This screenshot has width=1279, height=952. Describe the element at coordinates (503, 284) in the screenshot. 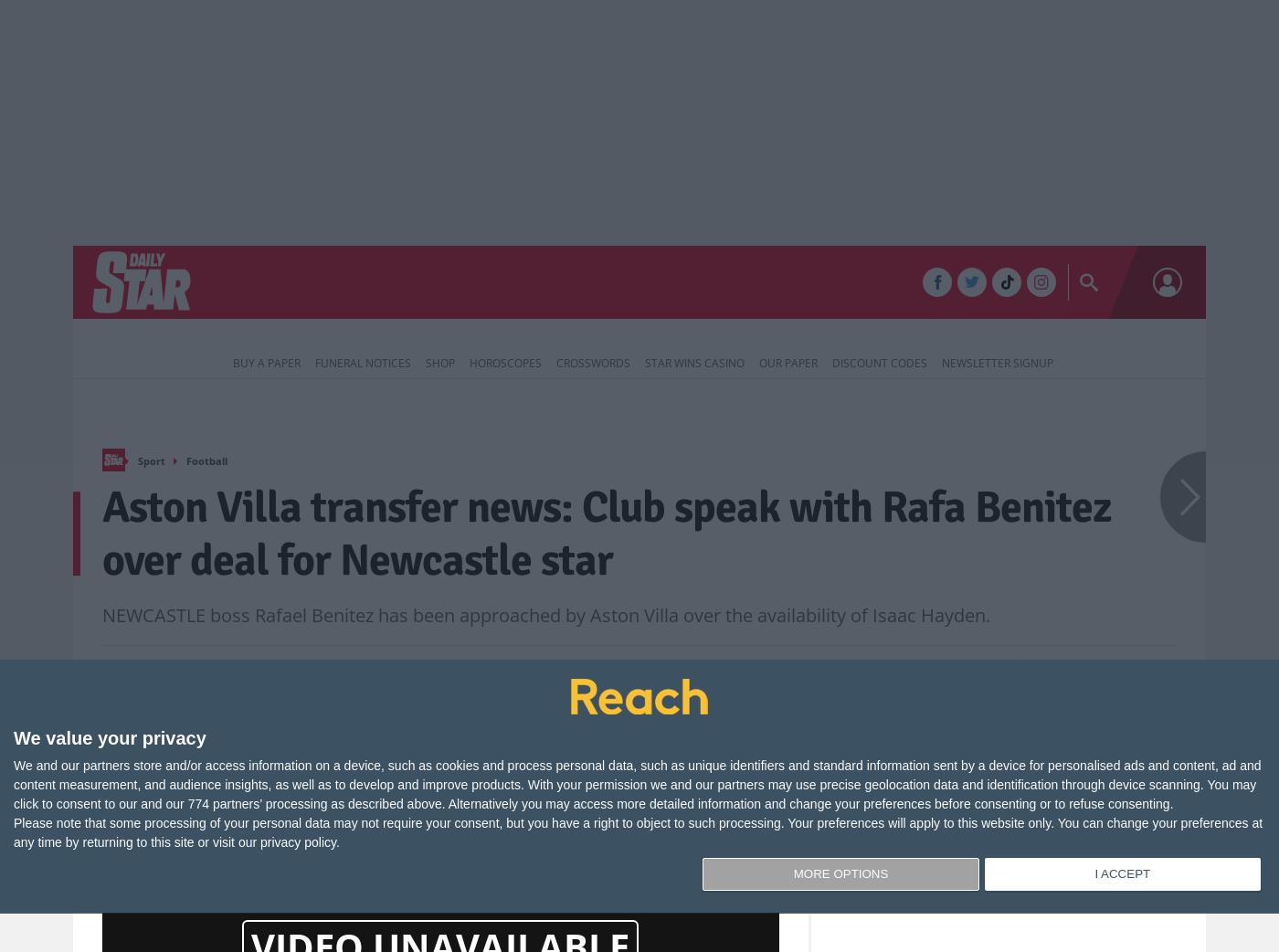

I see `'Life & Style'` at that location.